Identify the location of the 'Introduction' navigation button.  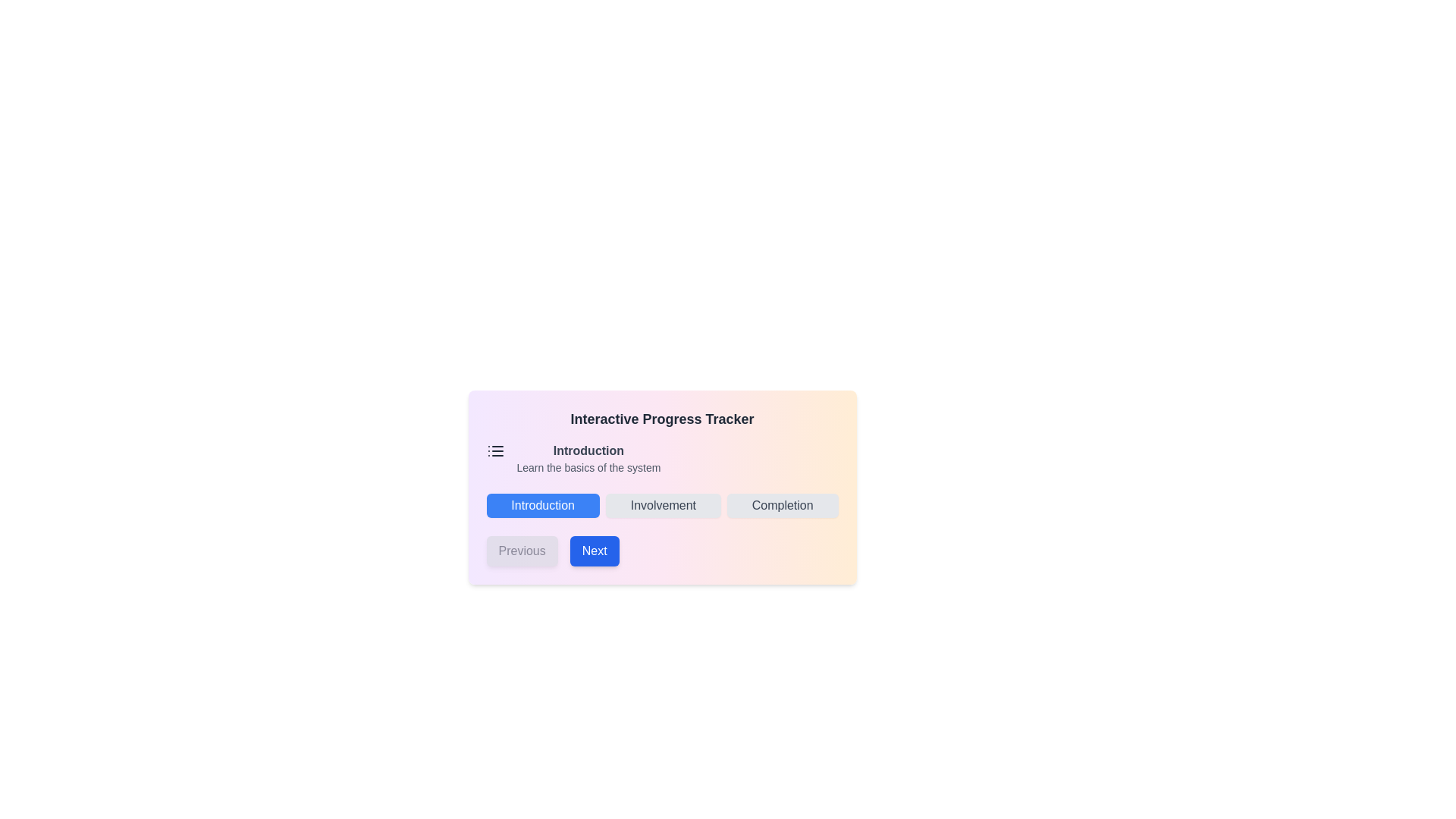
(543, 506).